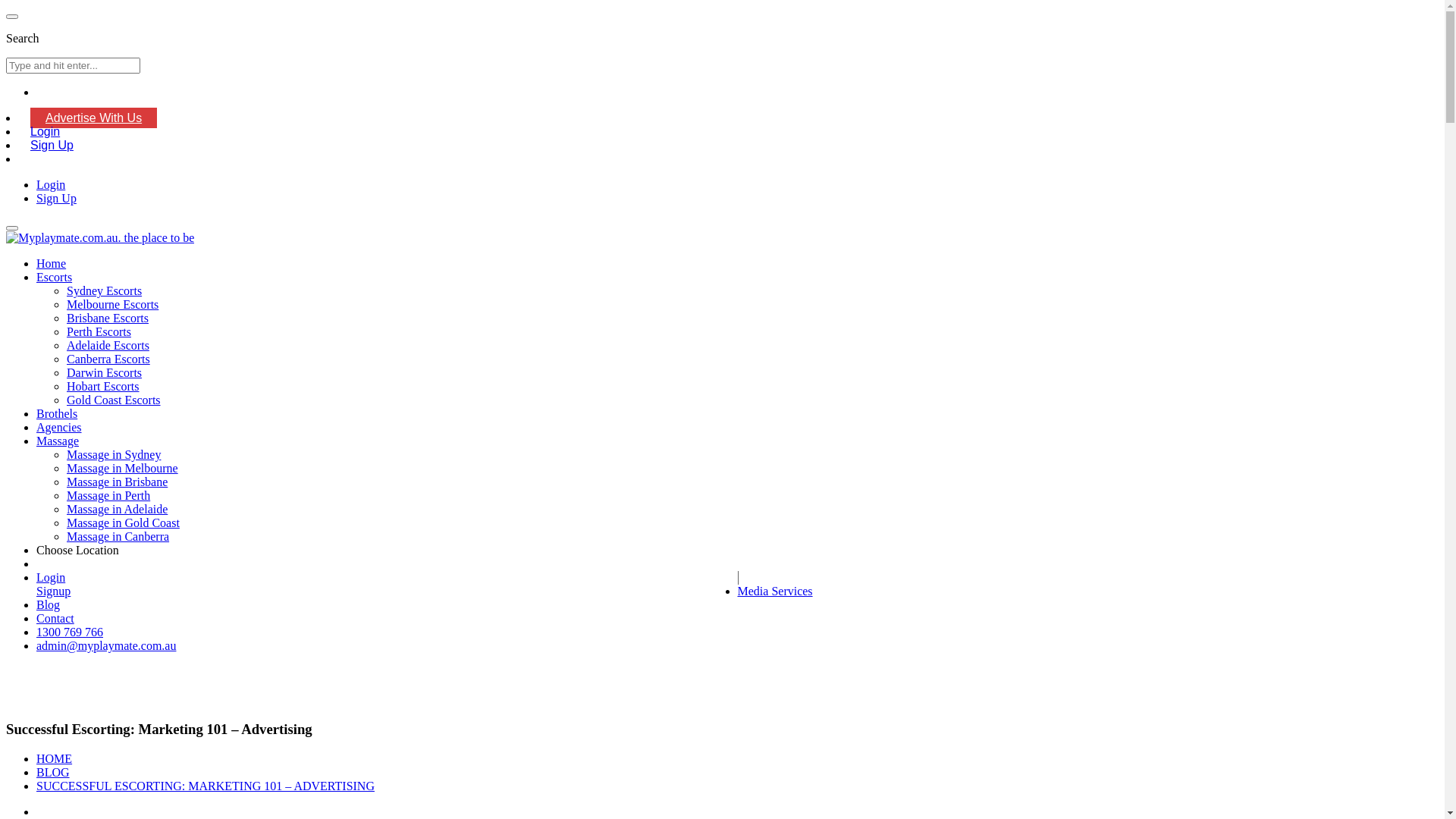 The height and width of the screenshot is (819, 1456). Describe the element at coordinates (55, 618) in the screenshot. I see `'Contact'` at that location.